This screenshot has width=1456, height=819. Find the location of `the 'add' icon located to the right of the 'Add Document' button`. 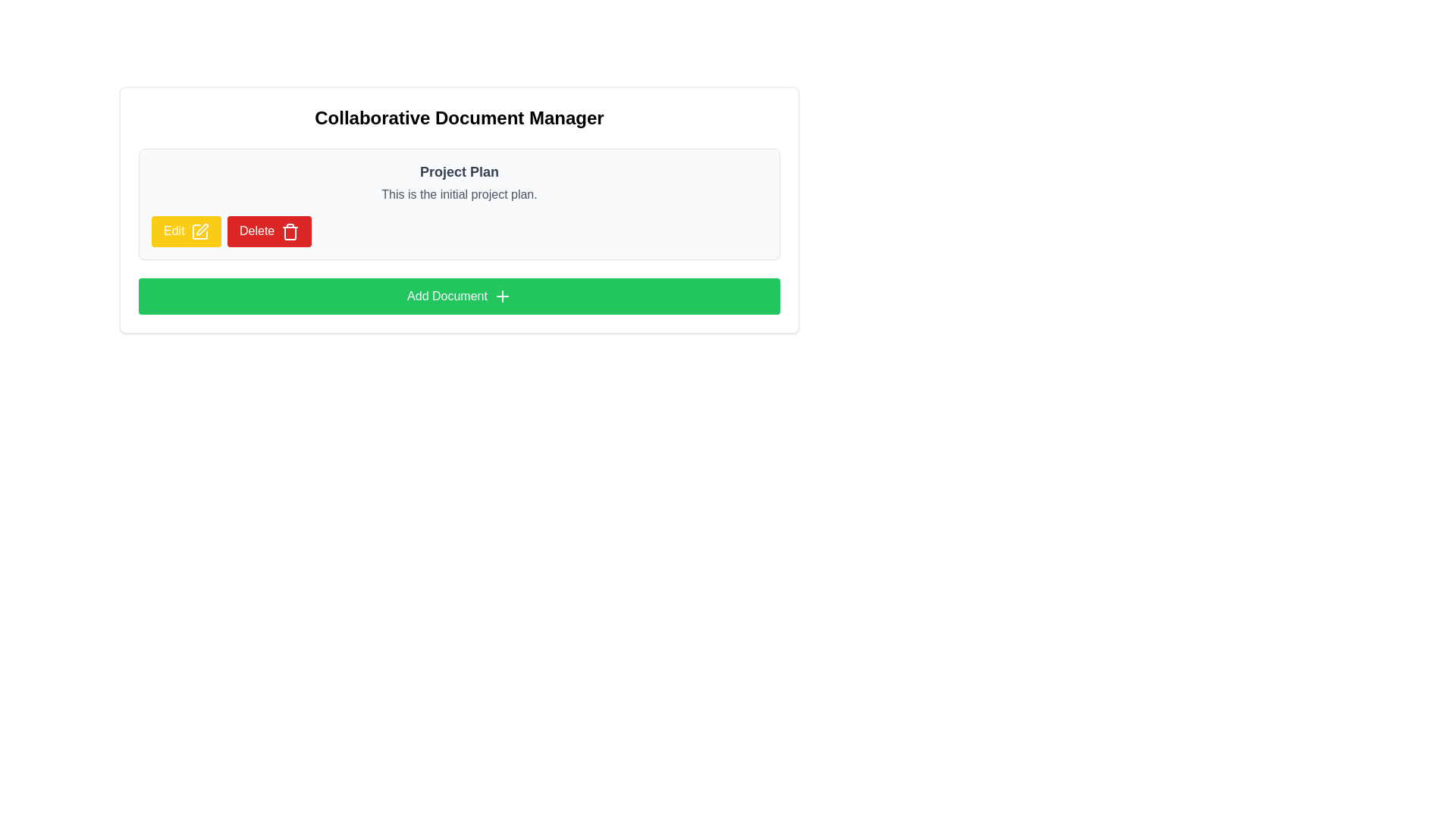

the 'add' icon located to the right of the 'Add Document' button is located at coordinates (502, 296).